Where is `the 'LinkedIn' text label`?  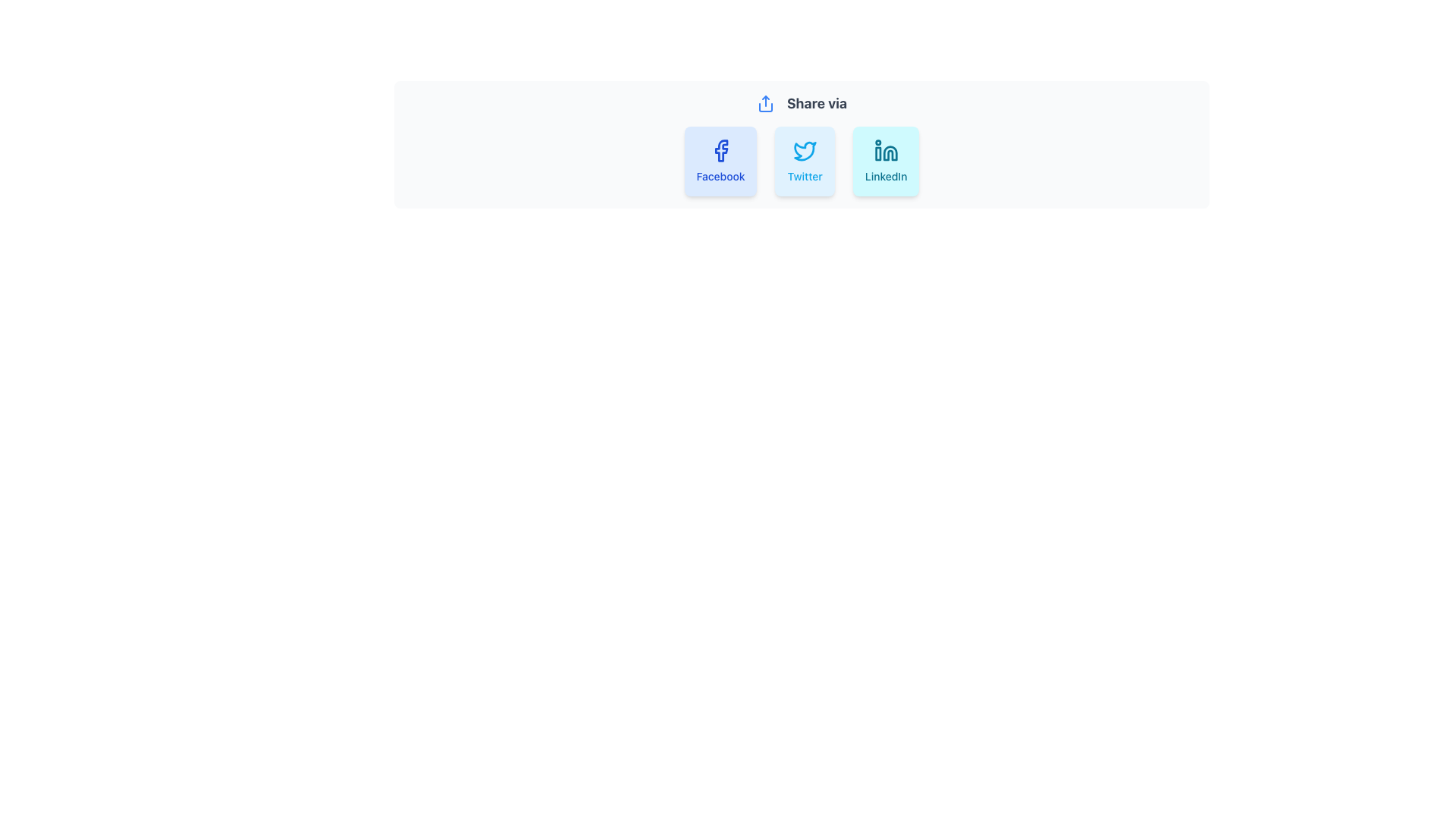 the 'LinkedIn' text label is located at coordinates (886, 175).